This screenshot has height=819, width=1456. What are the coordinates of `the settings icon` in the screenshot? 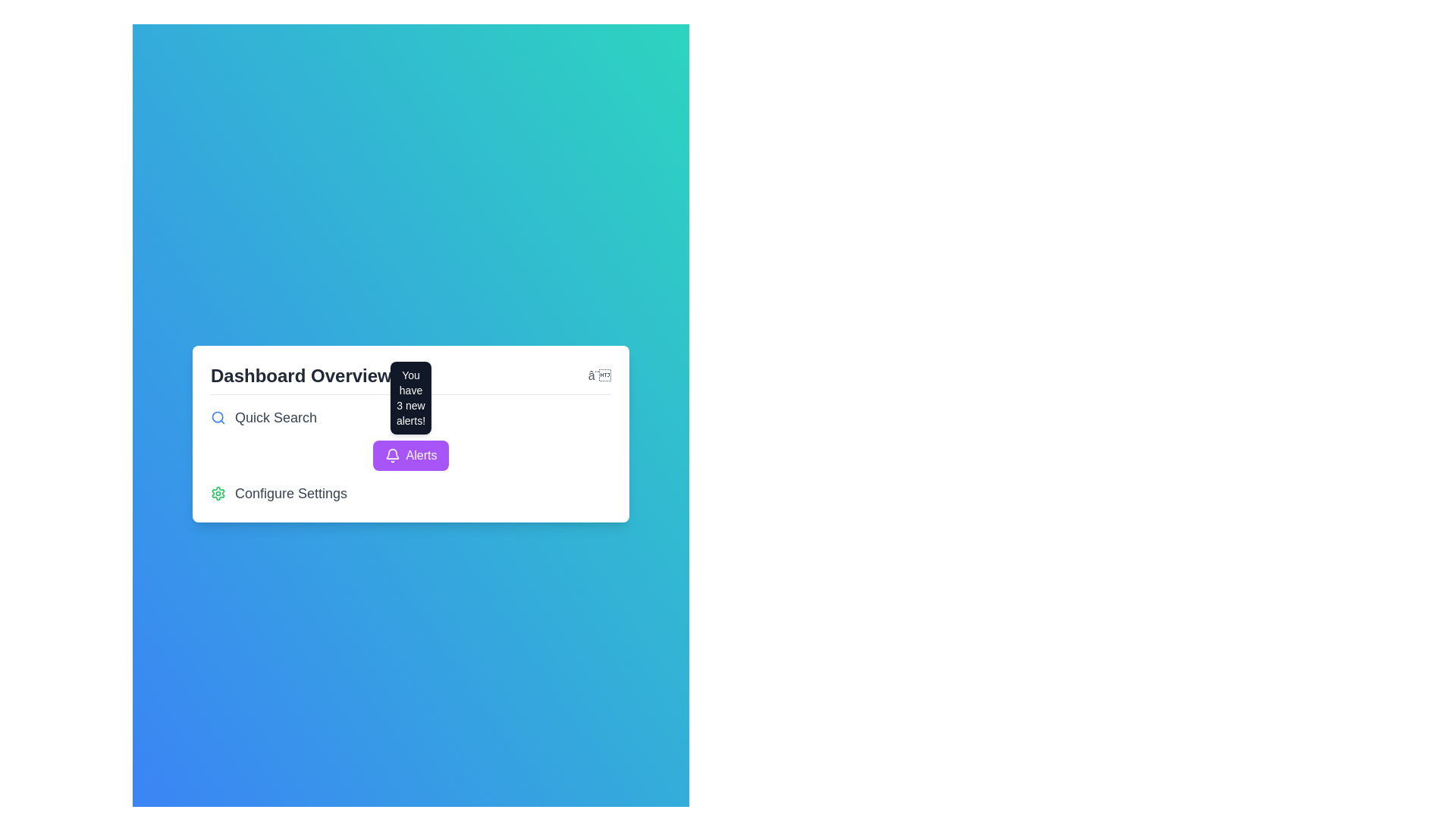 It's located at (218, 493).